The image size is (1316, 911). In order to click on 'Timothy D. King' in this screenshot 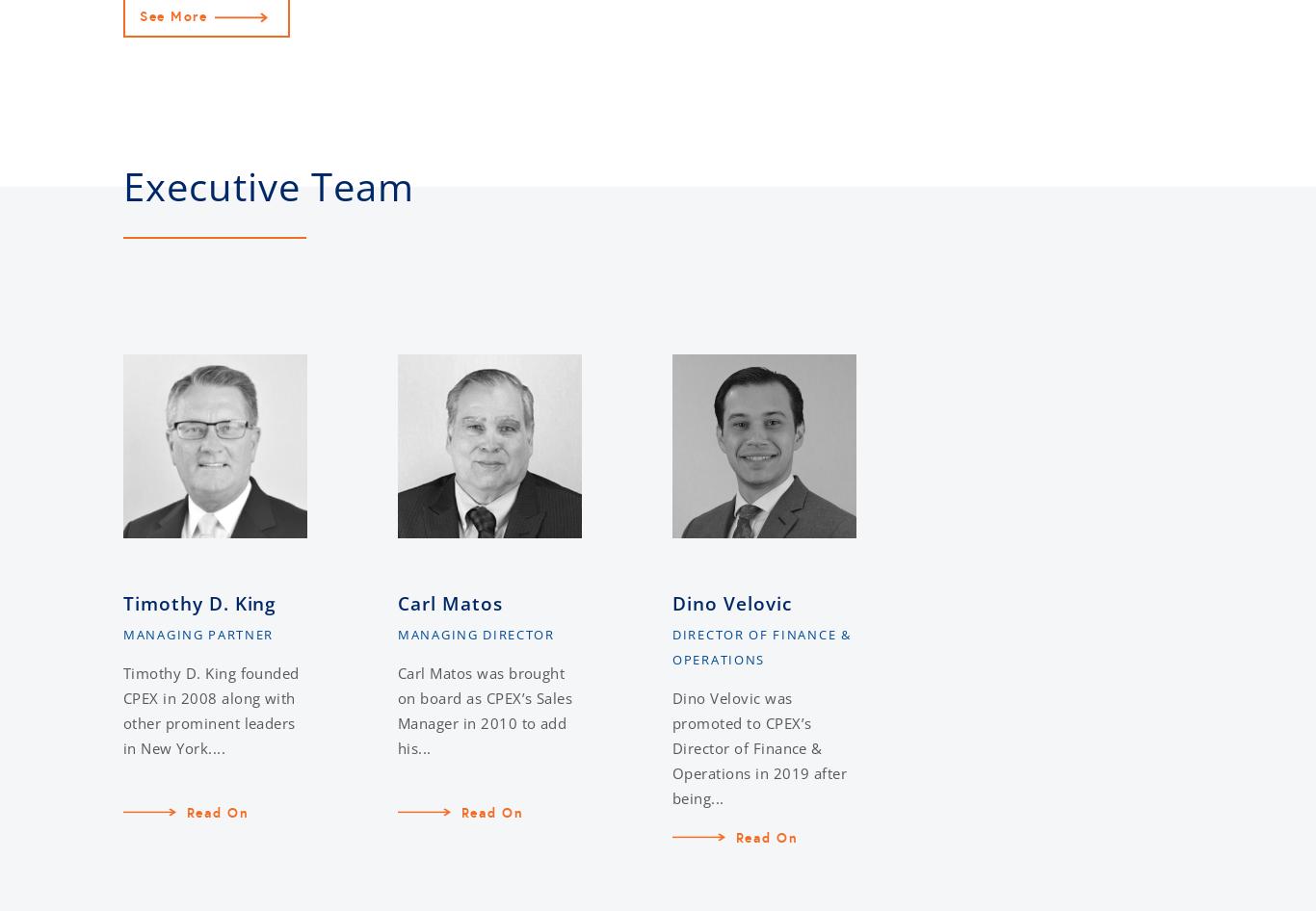, I will do `click(198, 603)`.